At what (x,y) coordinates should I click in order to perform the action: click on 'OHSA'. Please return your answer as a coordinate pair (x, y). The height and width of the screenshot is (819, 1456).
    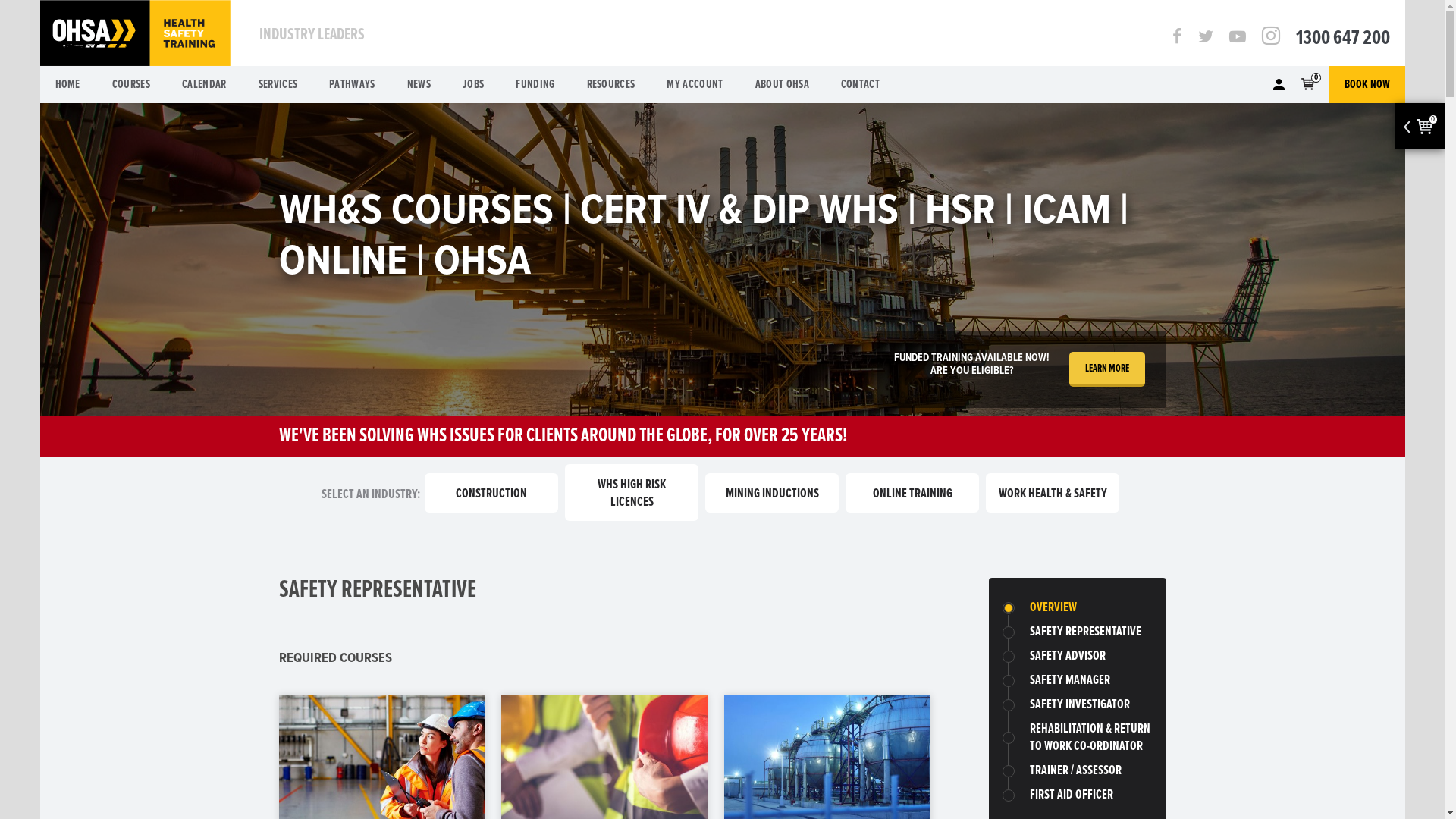
    Looking at the image, I should click on (134, 34).